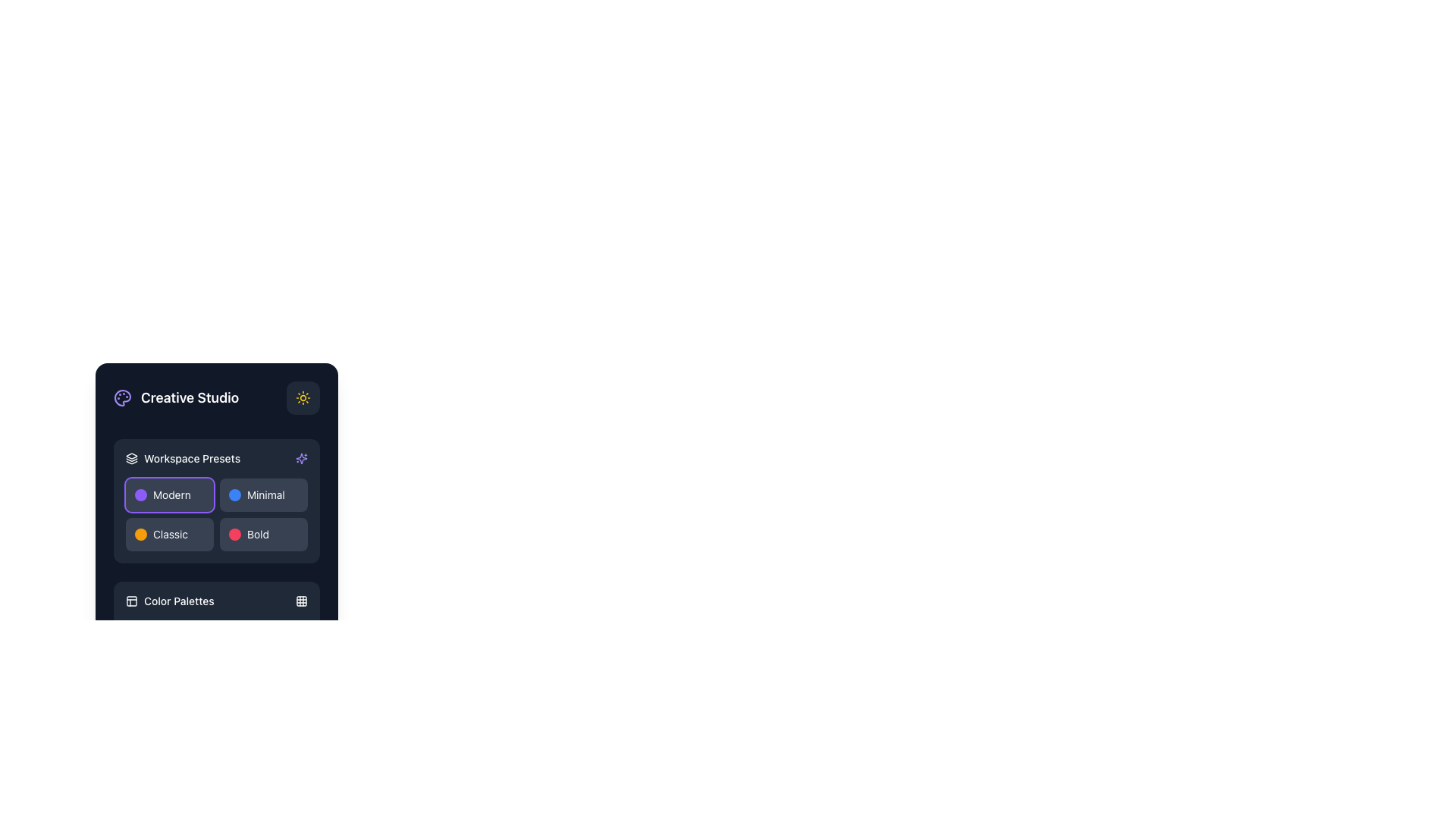 The height and width of the screenshot is (819, 1456). I want to click on the 'Classic' workspace preset button located in the bottom-left corner of the grid layout under the 'Workspace Presets' section, so click(170, 534).